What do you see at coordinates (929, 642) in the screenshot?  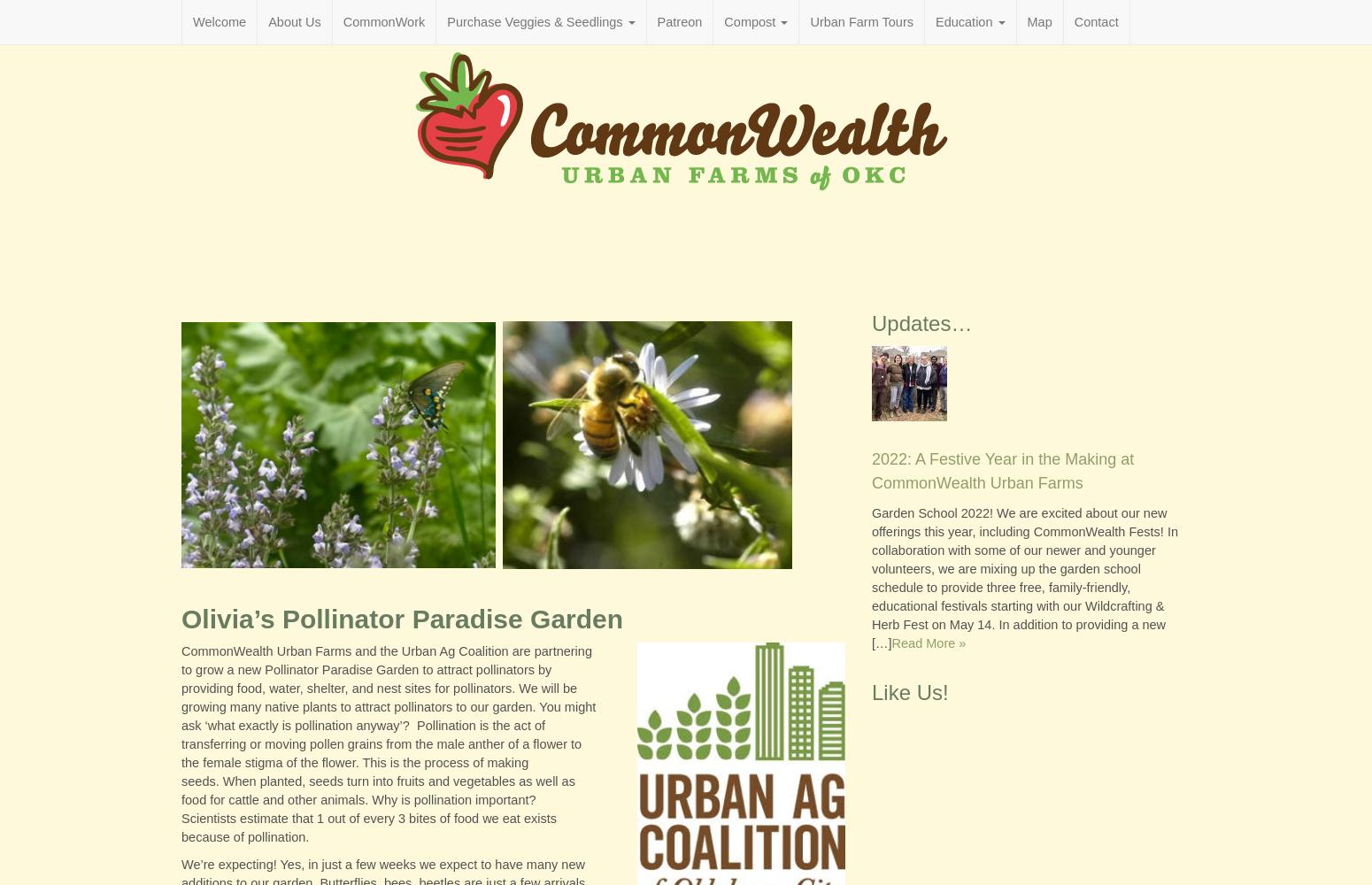 I see `'Read More »'` at bounding box center [929, 642].